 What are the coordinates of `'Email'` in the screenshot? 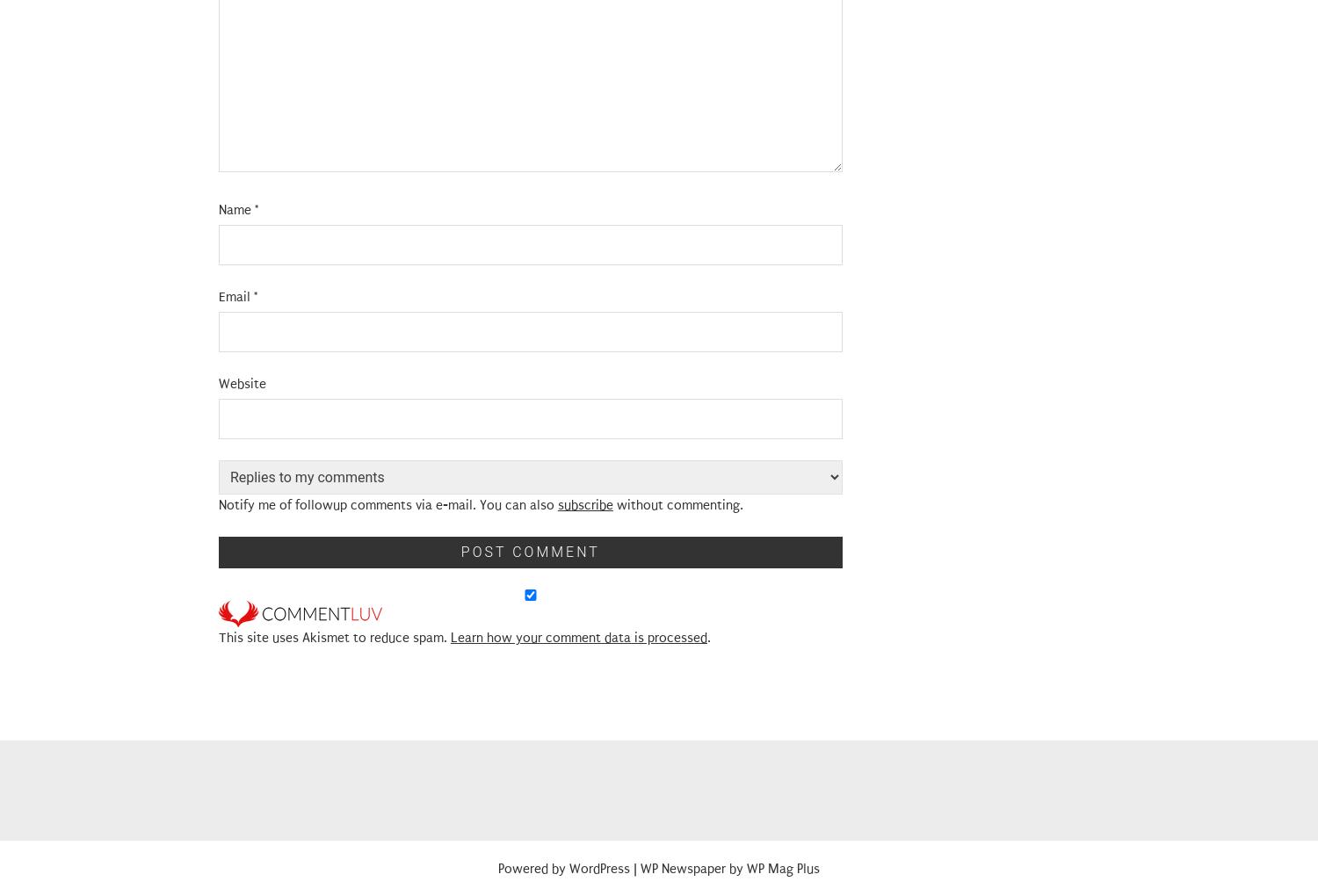 It's located at (235, 297).